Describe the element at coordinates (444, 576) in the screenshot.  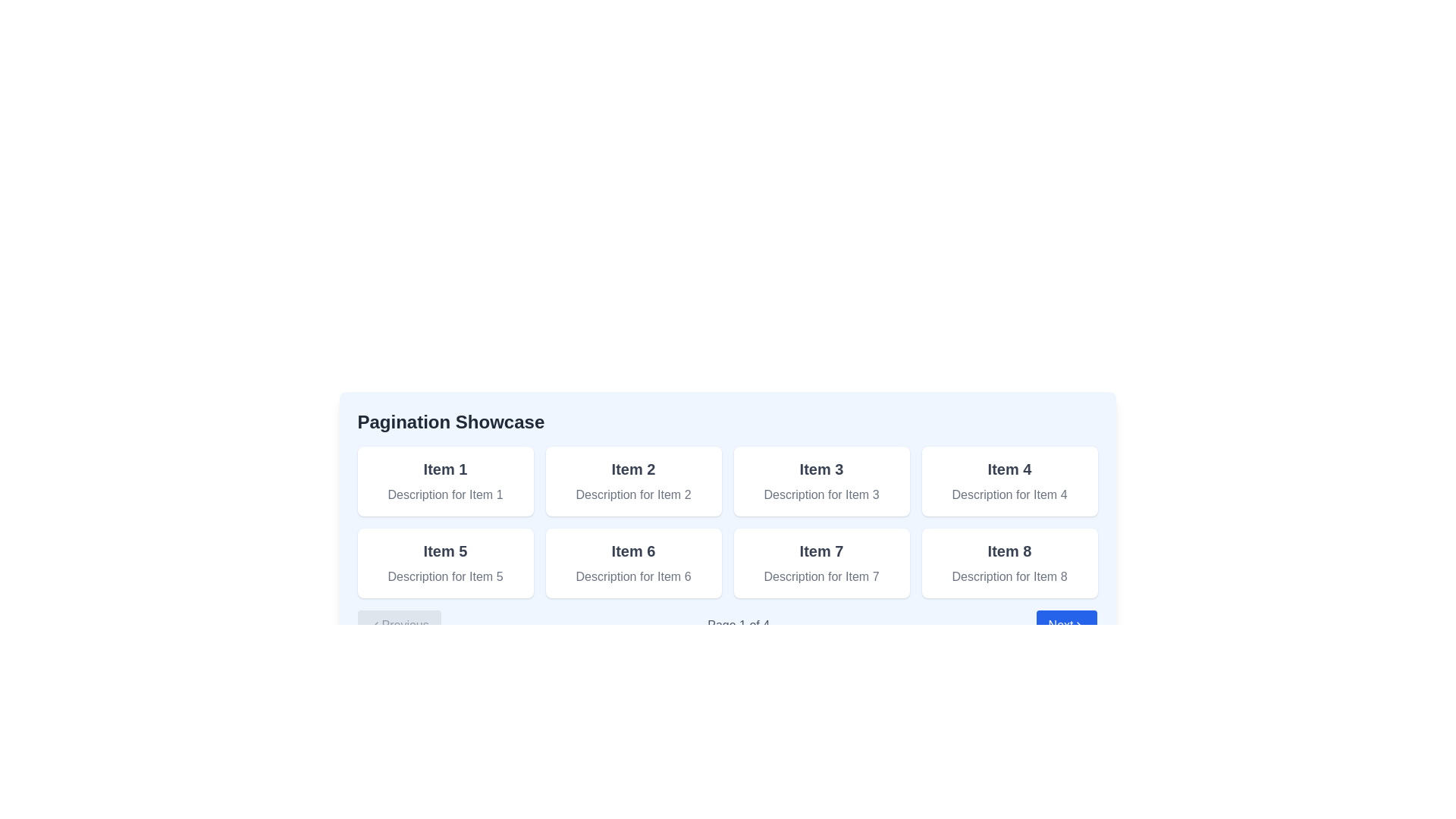
I see `text label displaying 'Description for Item 5', which is styled in gray font and is located below the header 'Item 5' within a card interface` at that location.